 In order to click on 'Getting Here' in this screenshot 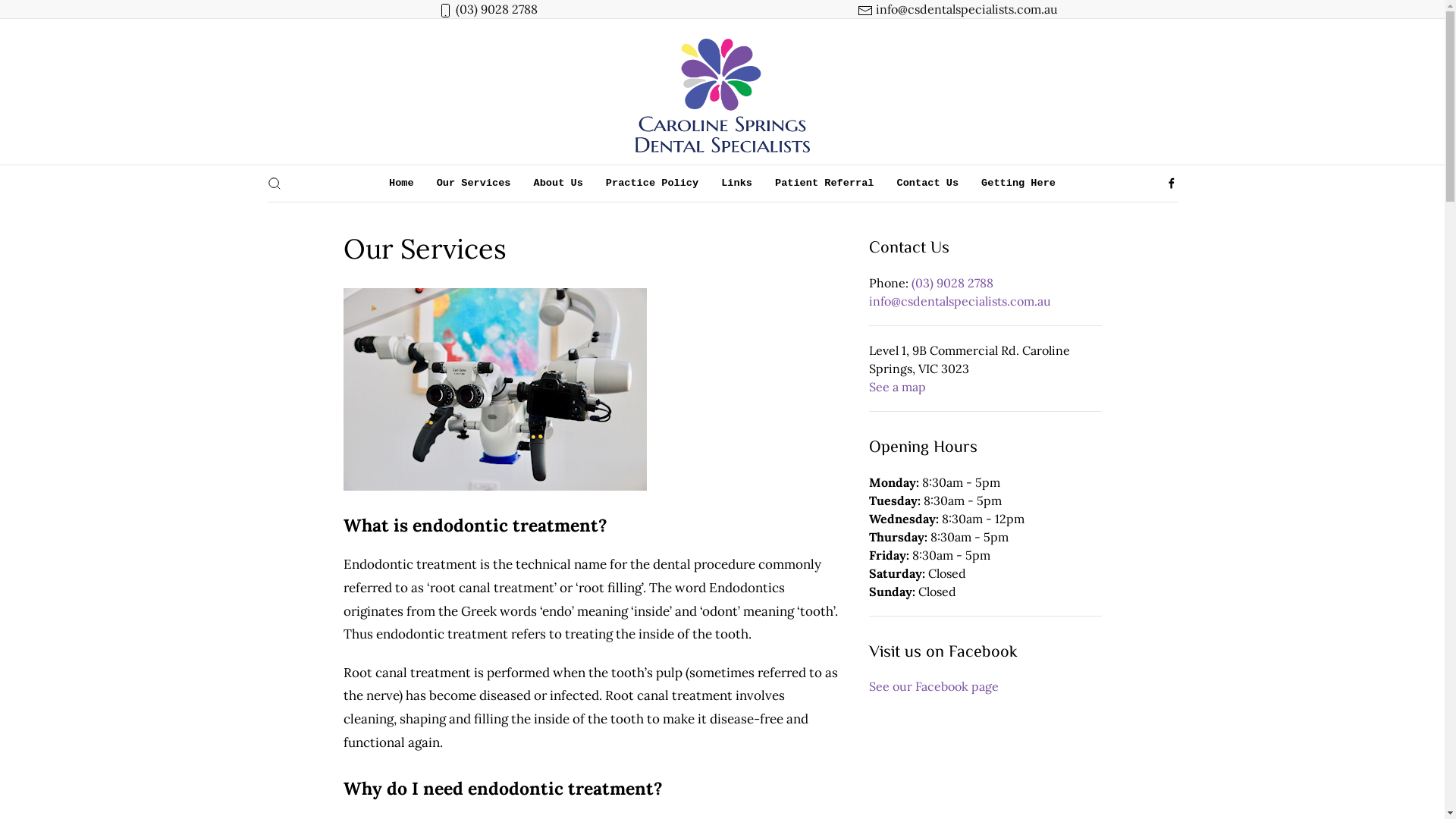, I will do `click(1018, 183)`.